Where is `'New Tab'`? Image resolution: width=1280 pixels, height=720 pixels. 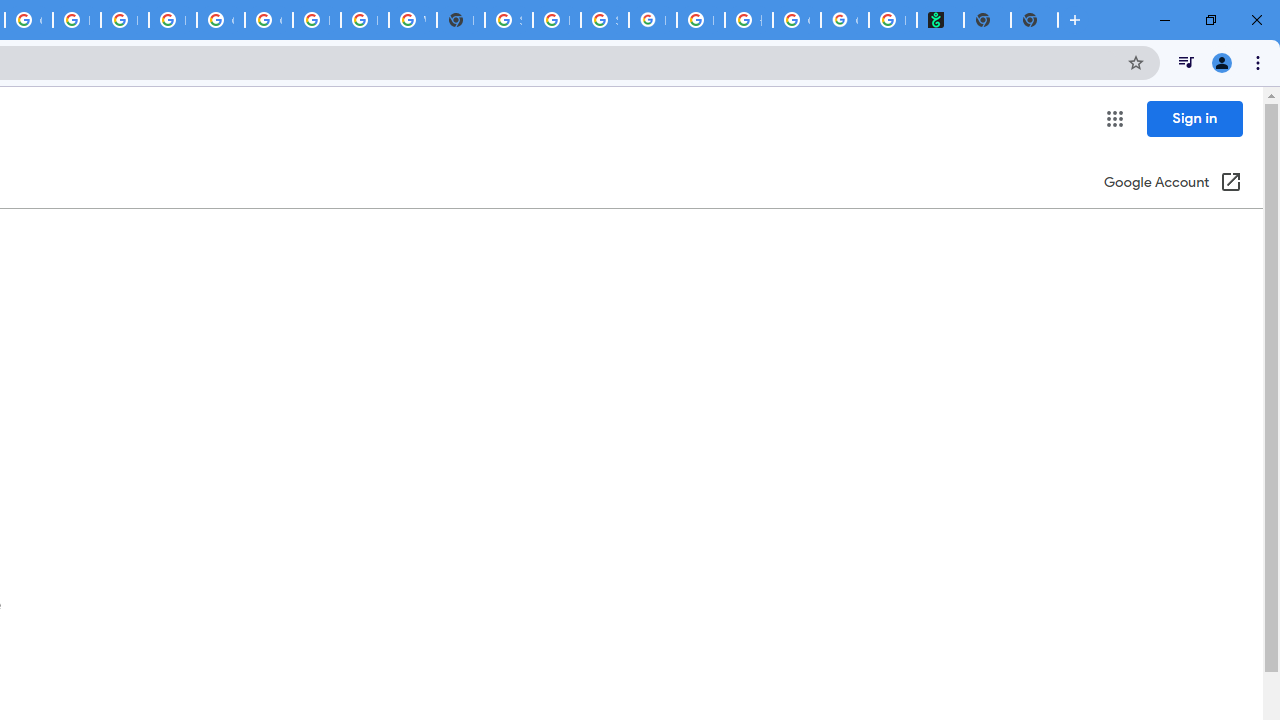
'New Tab' is located at coordinates (1034, 20).